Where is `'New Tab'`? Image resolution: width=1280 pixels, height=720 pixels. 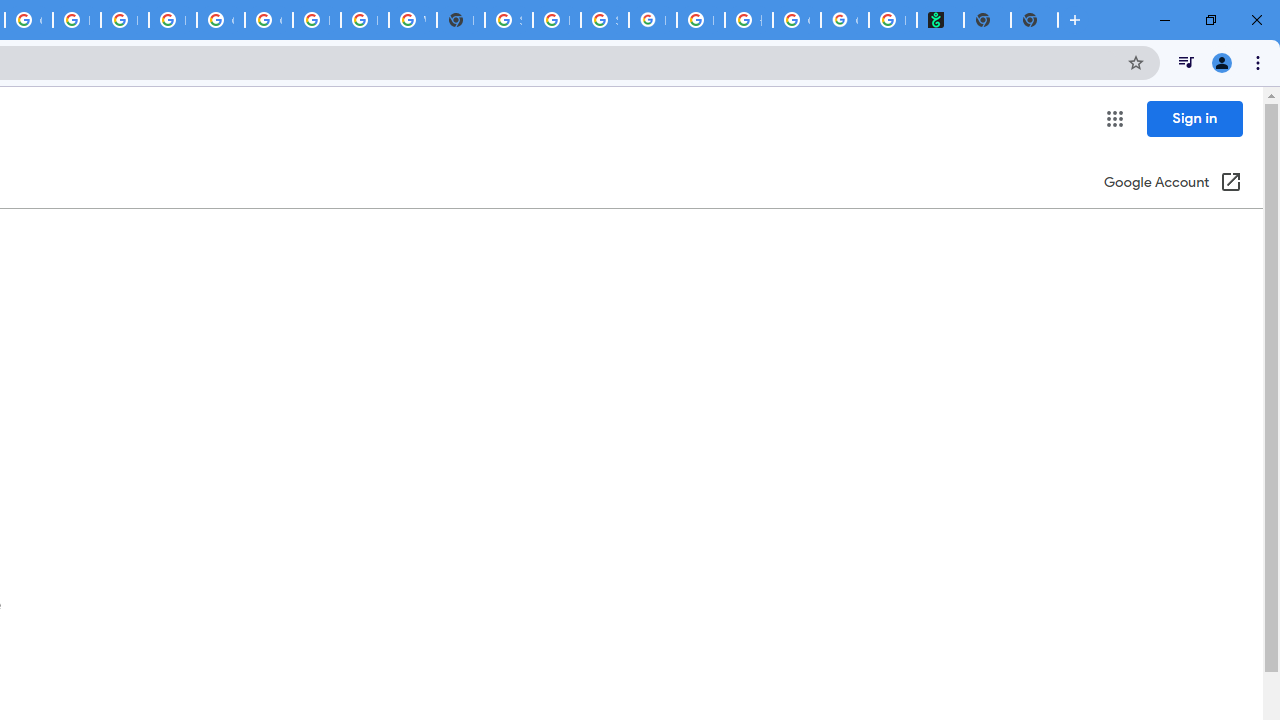
'New Tab' is located at coordinates (1034, 20).